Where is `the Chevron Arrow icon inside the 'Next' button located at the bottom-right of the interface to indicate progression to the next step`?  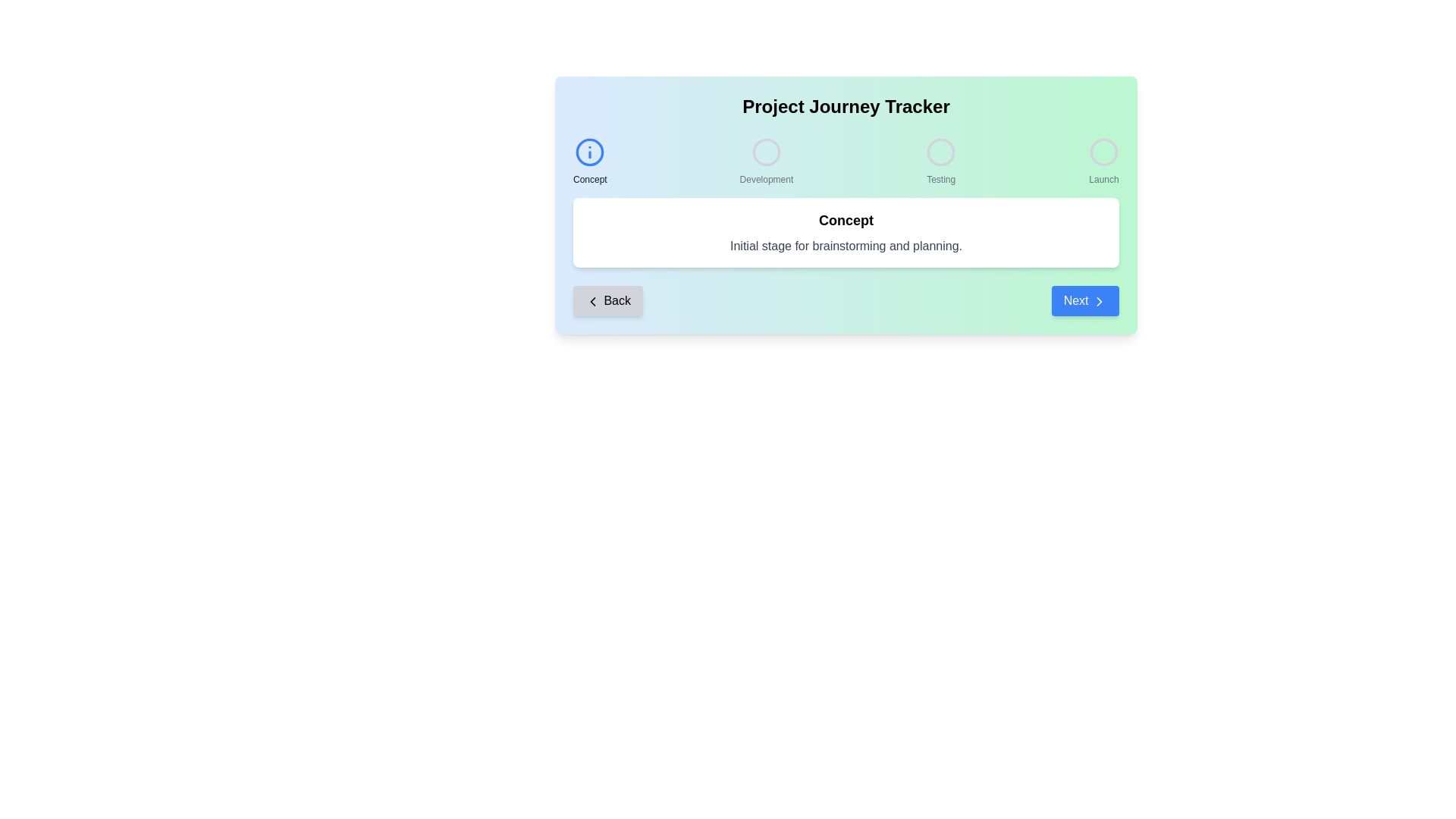 the Chevron Arrow icon inside the 'Next' button located at the bottom-right of the interface to indicate progression to the next step is located at coordinates (1099, 301).